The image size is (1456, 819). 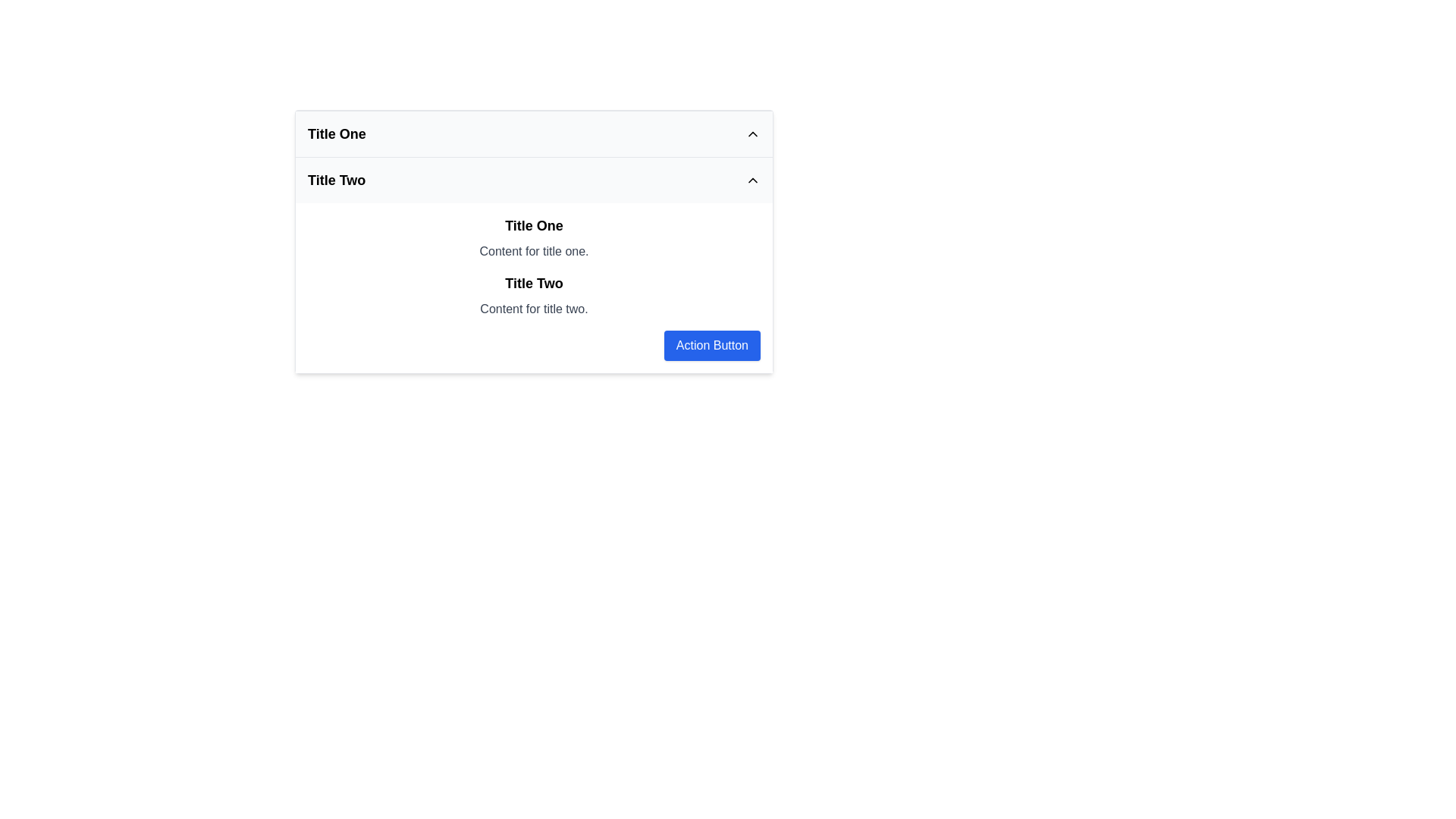 What do you see at coordinates (753, 180) in the screenshot?
I see `the small upward-pointing chevron icon located to the right of the 'Title Two' section` at bounding box center [753, 180].